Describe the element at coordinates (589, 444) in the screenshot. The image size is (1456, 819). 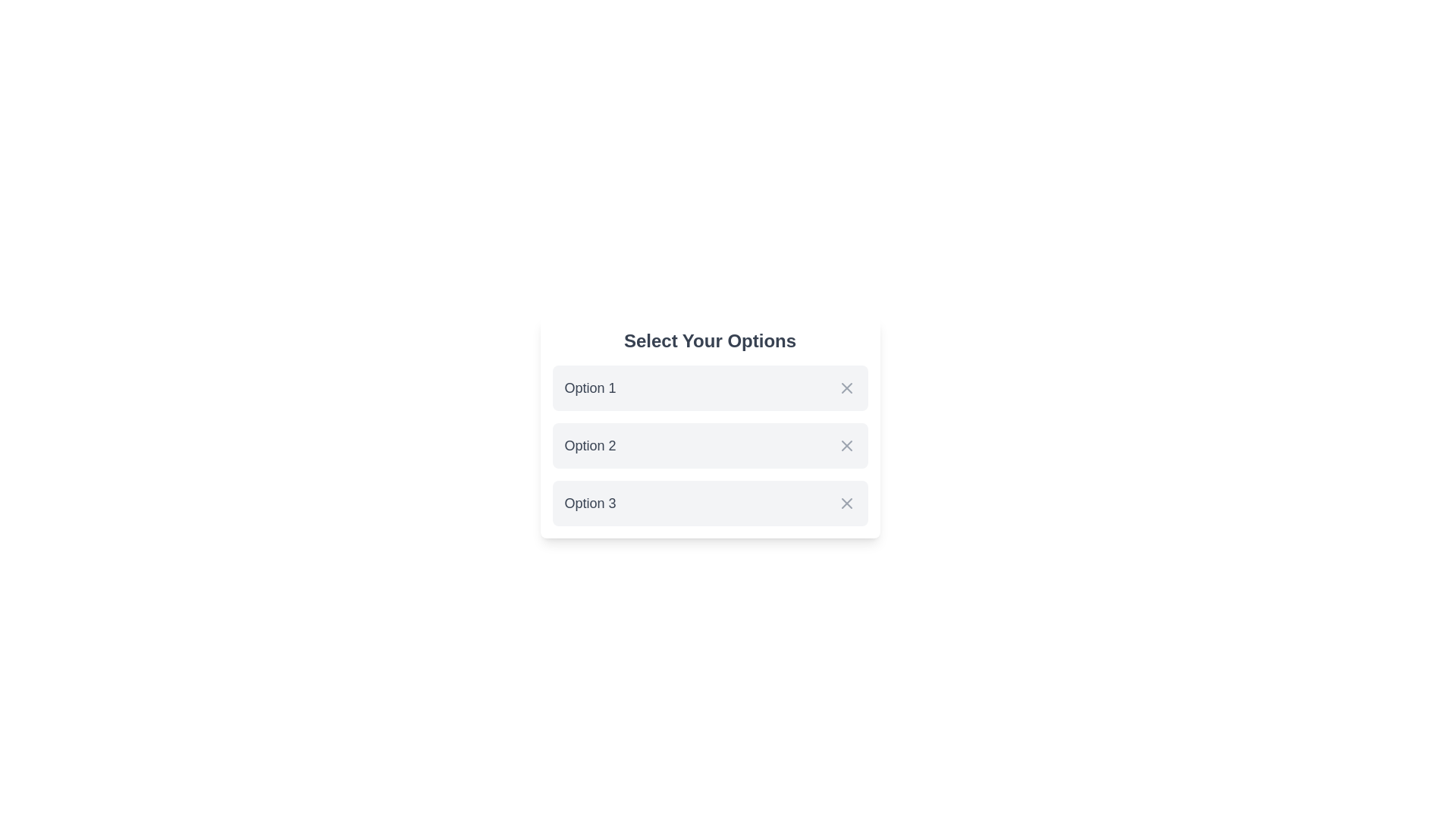
I see `the text label reading 'Option 2', which is centrally positioned in a selection box and is the second option in a vertically arranged list` at that location.